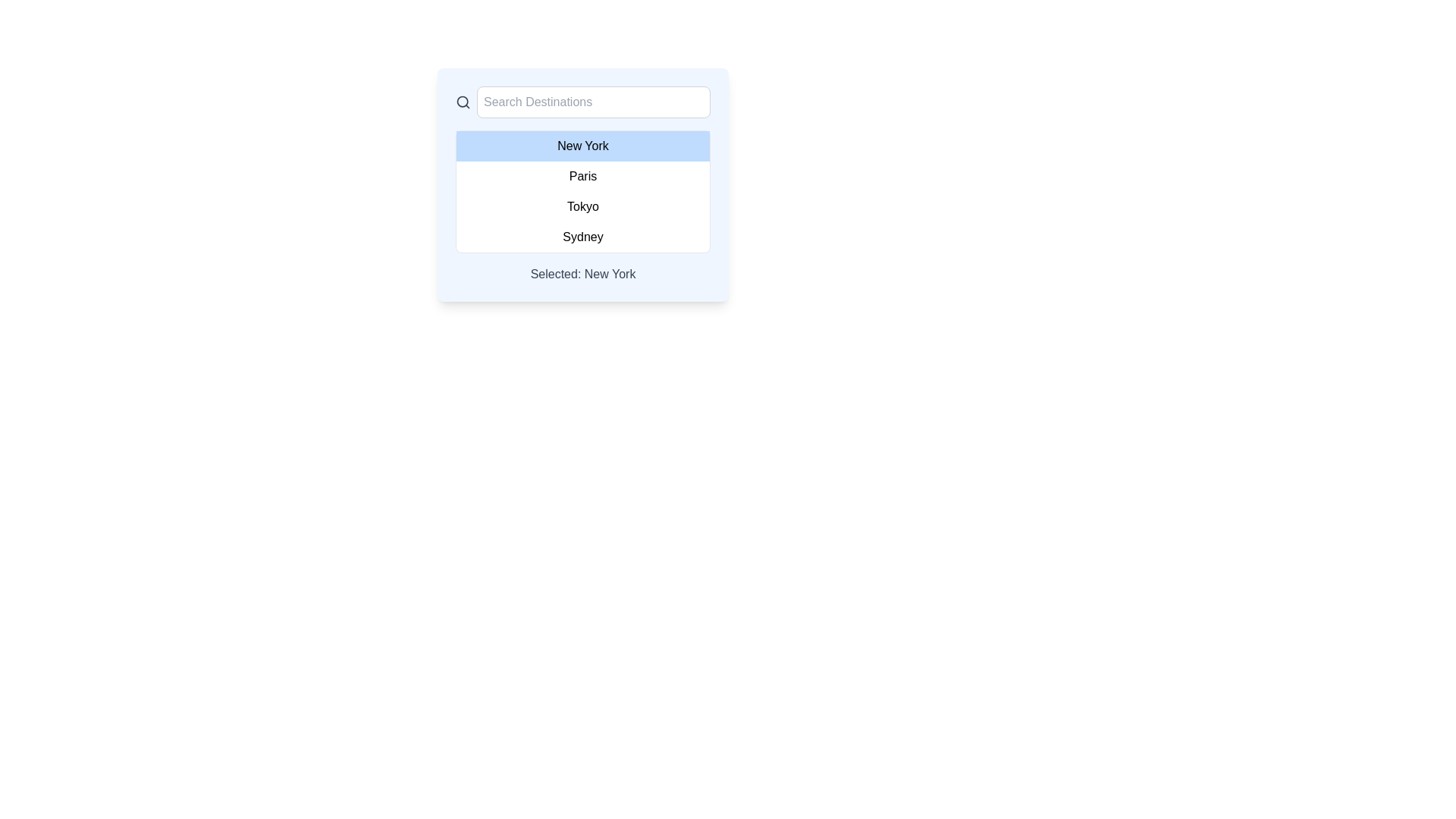 The width and height of the screenshot is (1456, 819). Describe the element at coordinates (582, 237) in the screenshot. I see `the text label displaying 'Sydney', which is the last item in the dropdown menu list of options` at that location.